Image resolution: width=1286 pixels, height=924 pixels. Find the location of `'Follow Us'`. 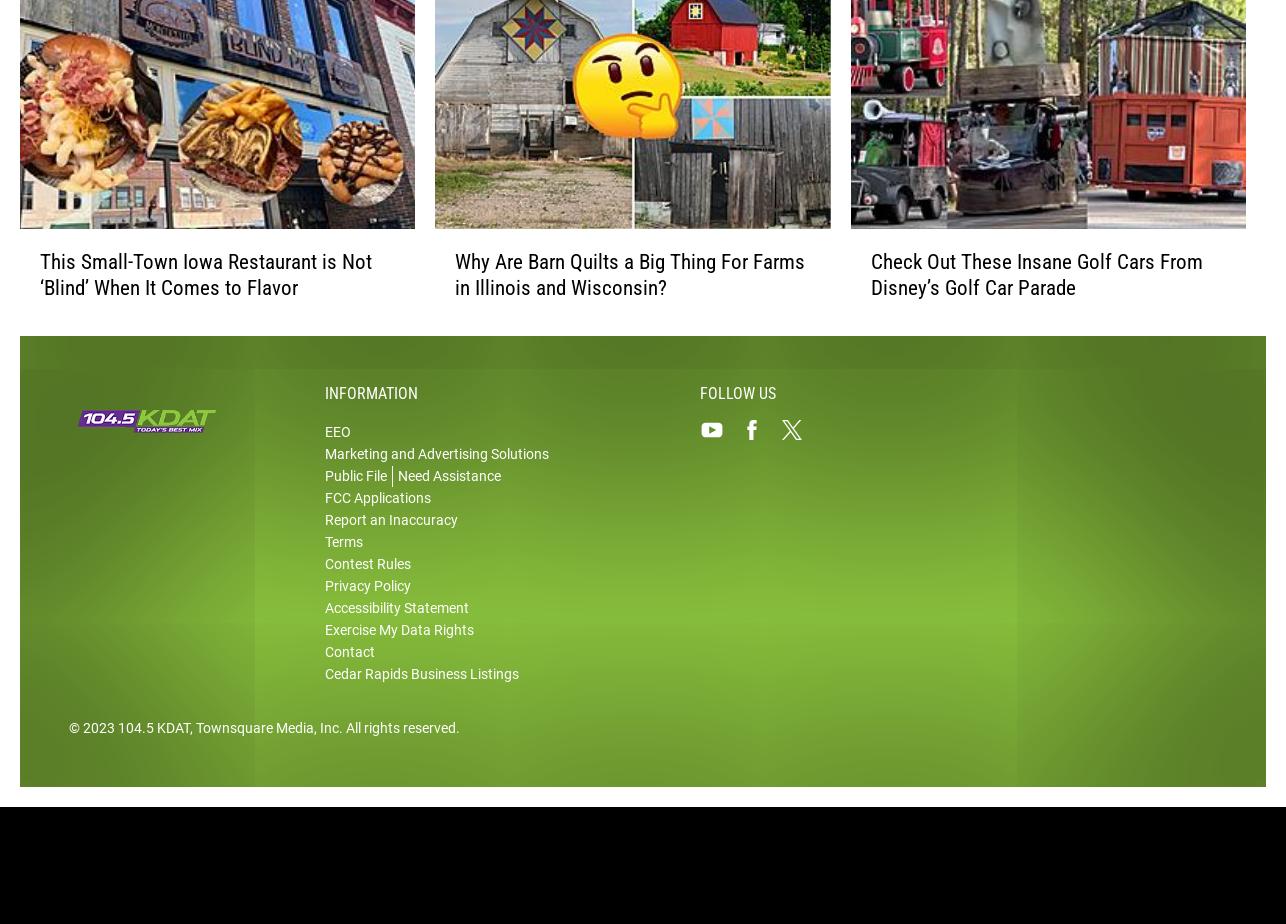

'Follow Us' is located at coordinates (738, 425).